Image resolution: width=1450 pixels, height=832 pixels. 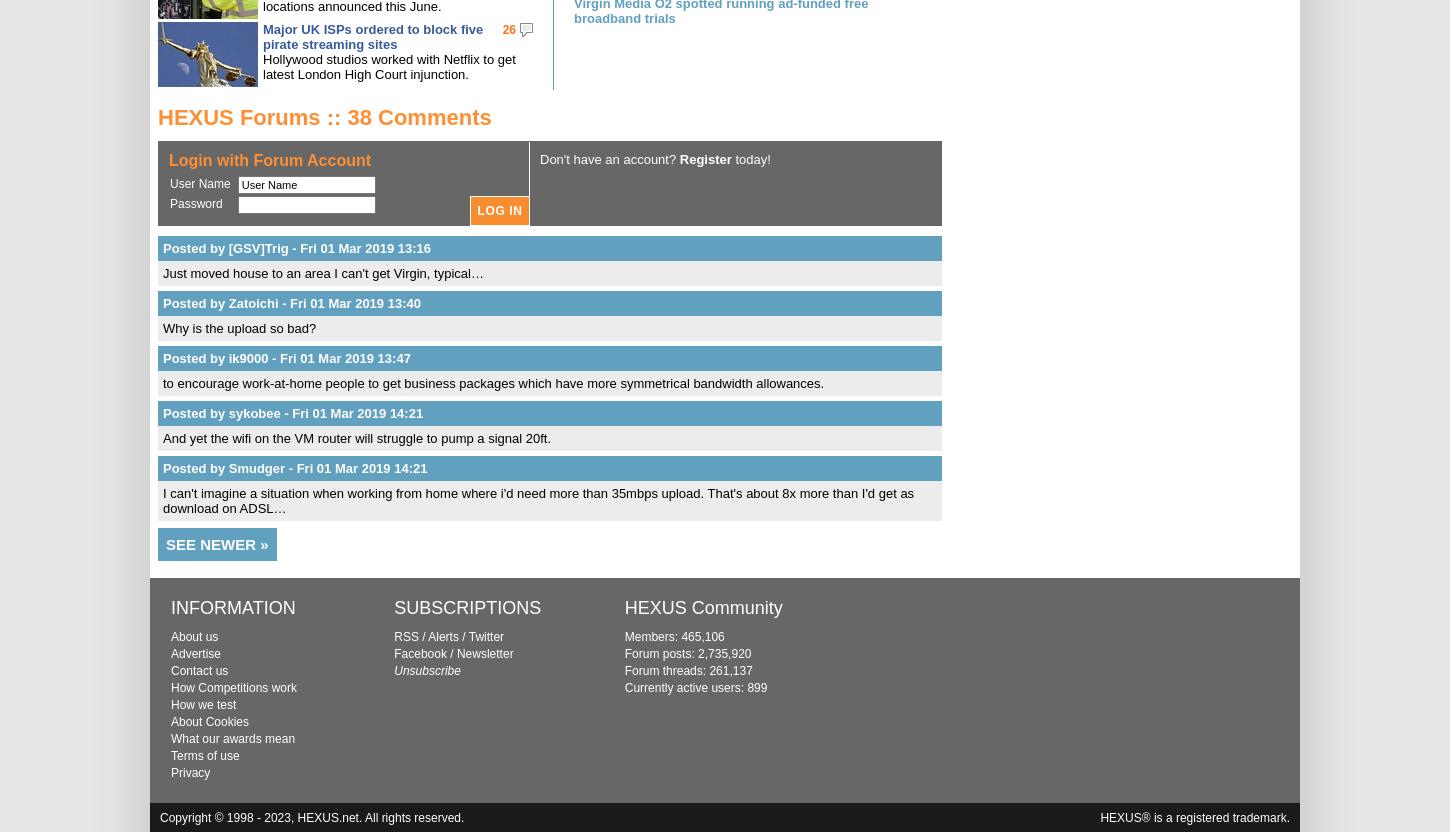 I want to click on 'Copyright © 1998 - 2023, HEXUS.net. All rights reserved.', so click(x=312, y=817).